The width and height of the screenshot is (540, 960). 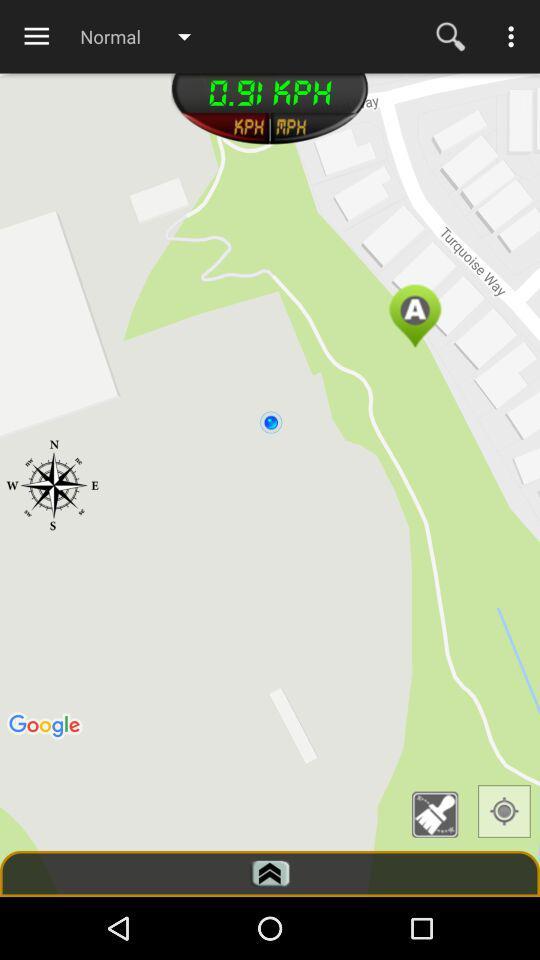 What do you see at coordinates (441, 815) in the screenshot?
I see `paint icon` at bounding box center [441, 815].